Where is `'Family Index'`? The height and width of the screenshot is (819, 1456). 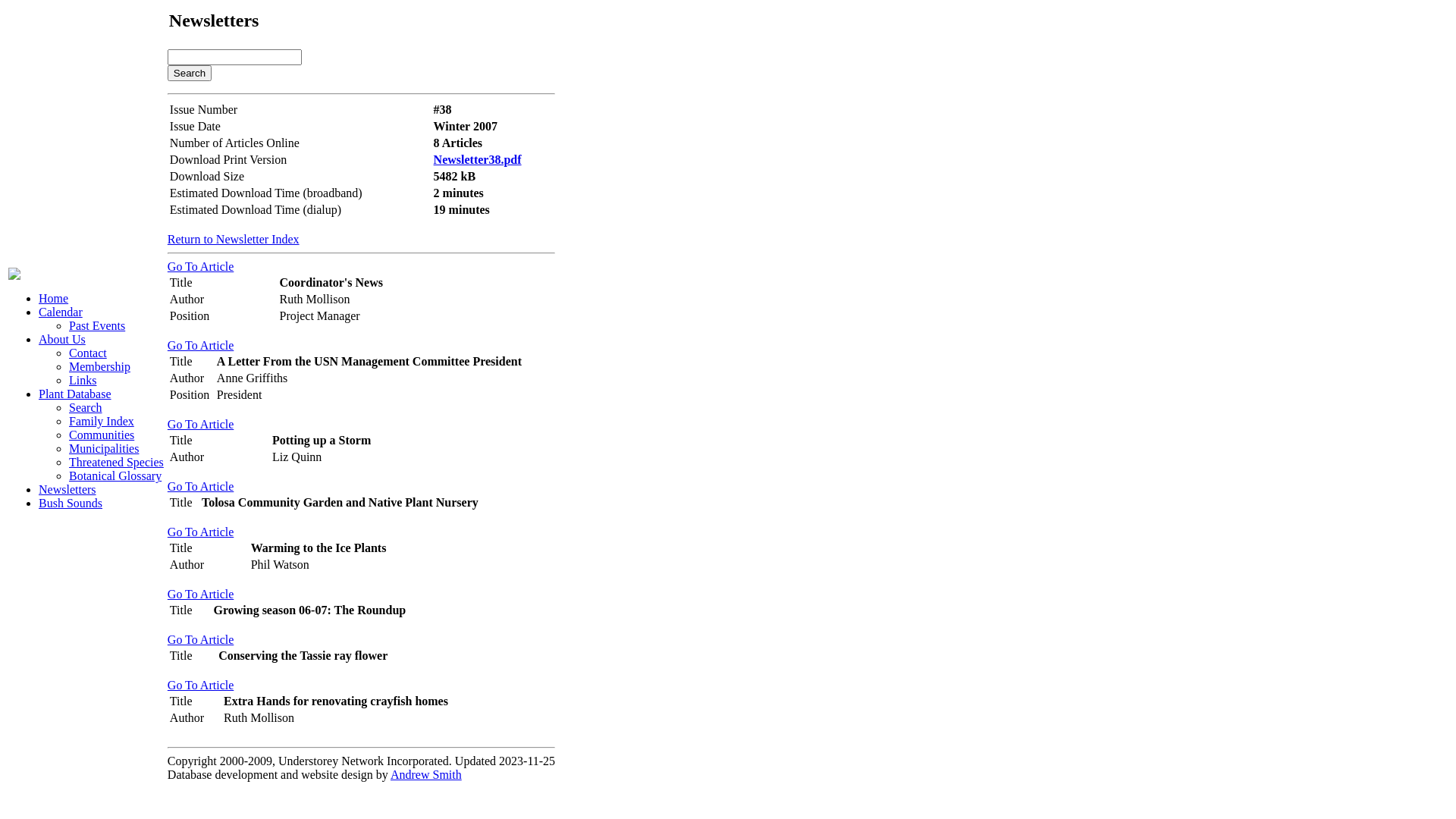
'Family Index' is located at coordinates (101, 421).